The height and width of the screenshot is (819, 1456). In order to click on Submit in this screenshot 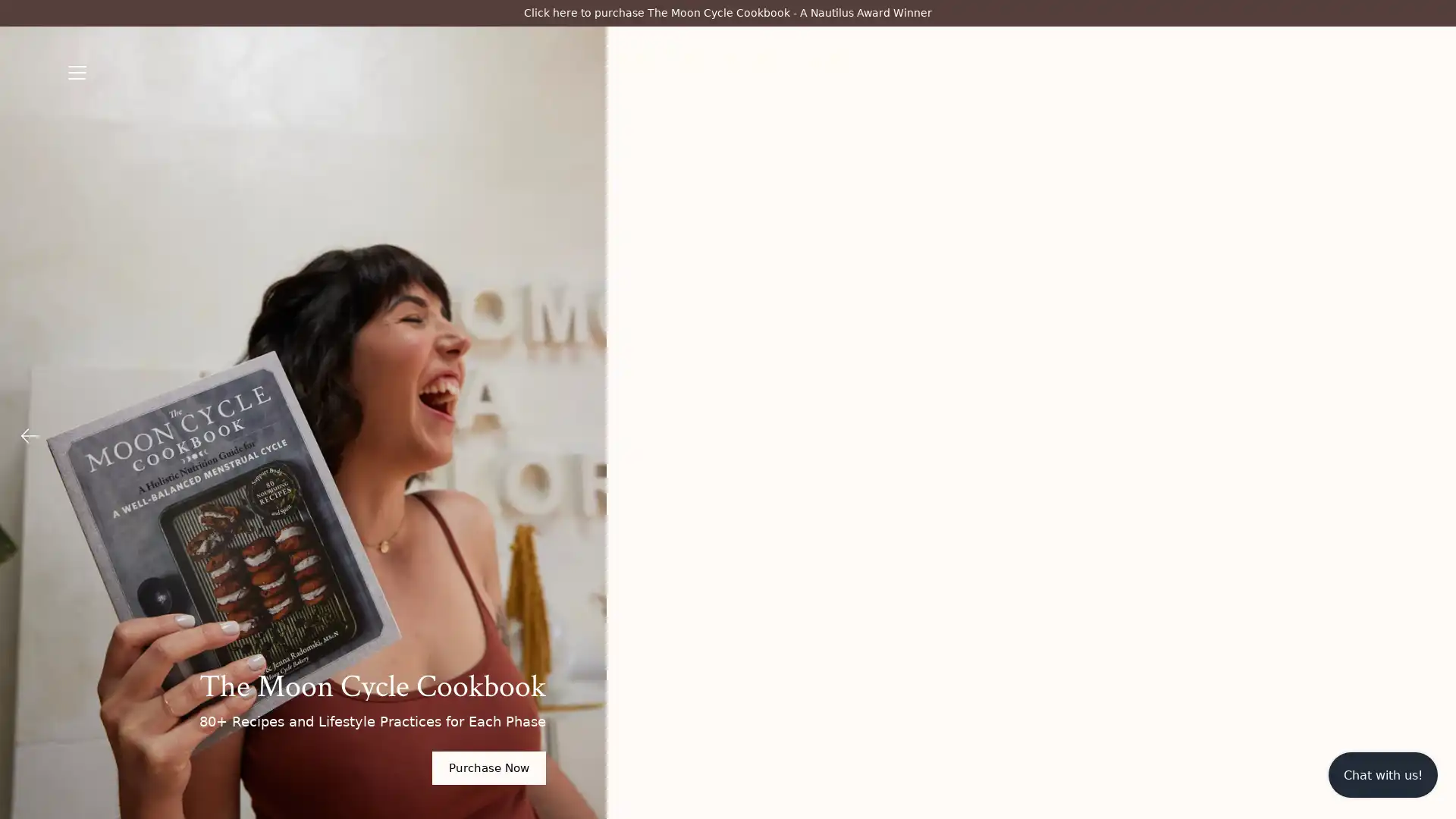, I will do `click(1400, 764)`.